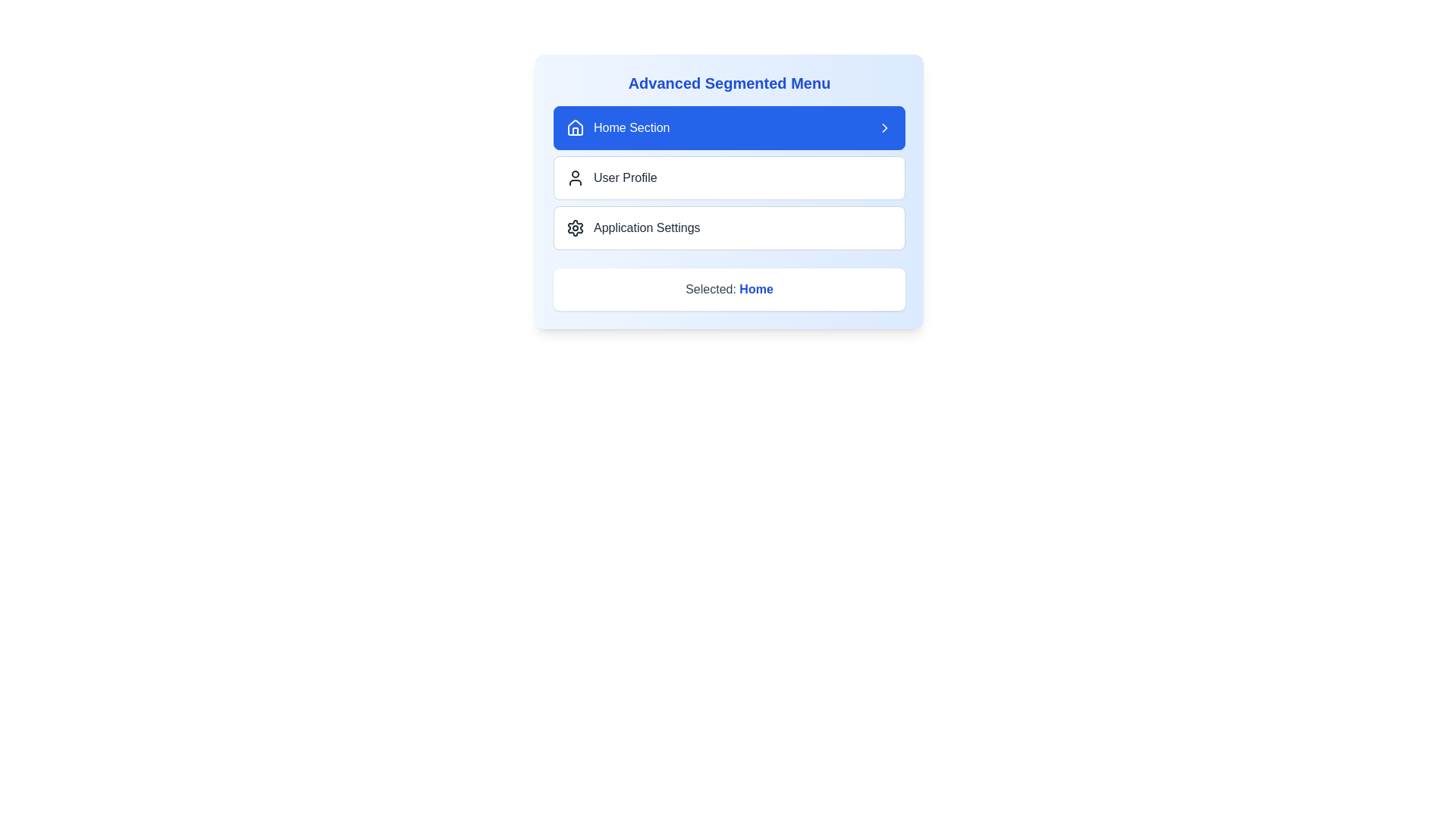 This screenshot has width=1456, height=819. Describe the element at coordinates (647, 227) in the screenshot. I see `the 'Application Settings' text label, which is styled with a medium font weight and is part of a segmented menu, located to the right of a gear icon` at that location.